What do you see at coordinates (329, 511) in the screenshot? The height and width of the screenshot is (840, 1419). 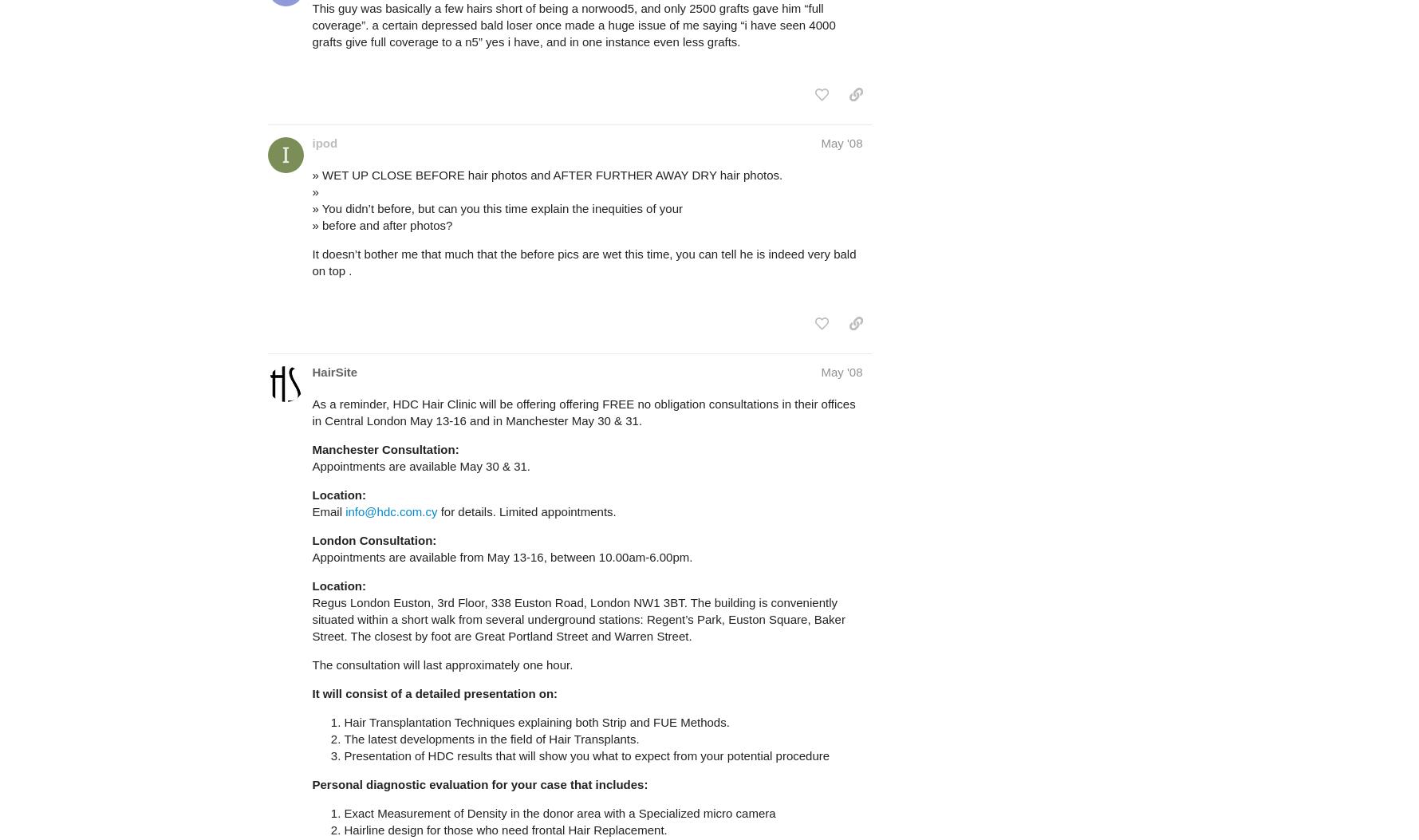 I see `'Email'` at bounding box center [329, 511].